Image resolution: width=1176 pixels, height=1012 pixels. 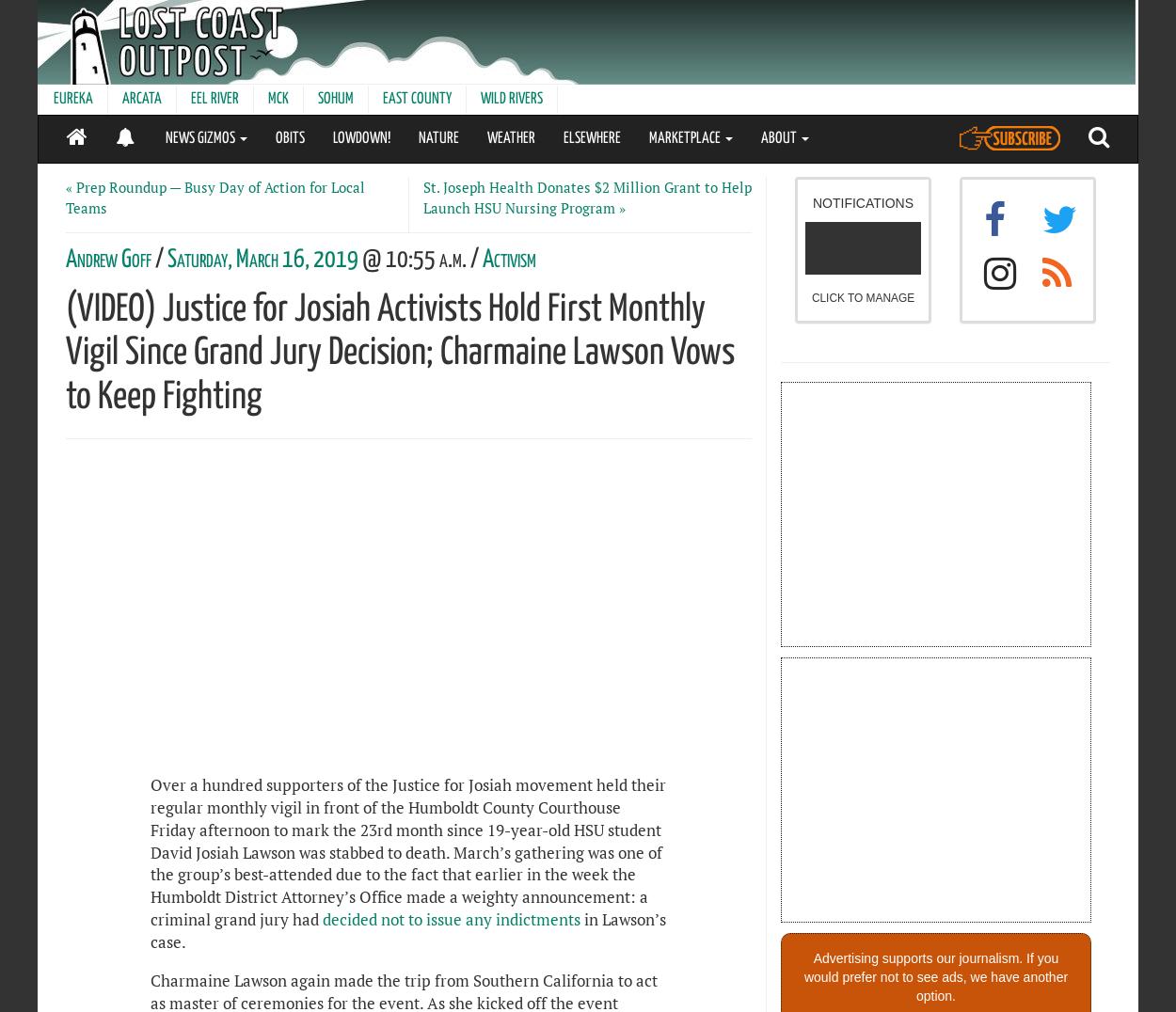 I want to click on 'ARCATA', so click(x=142, y=98).